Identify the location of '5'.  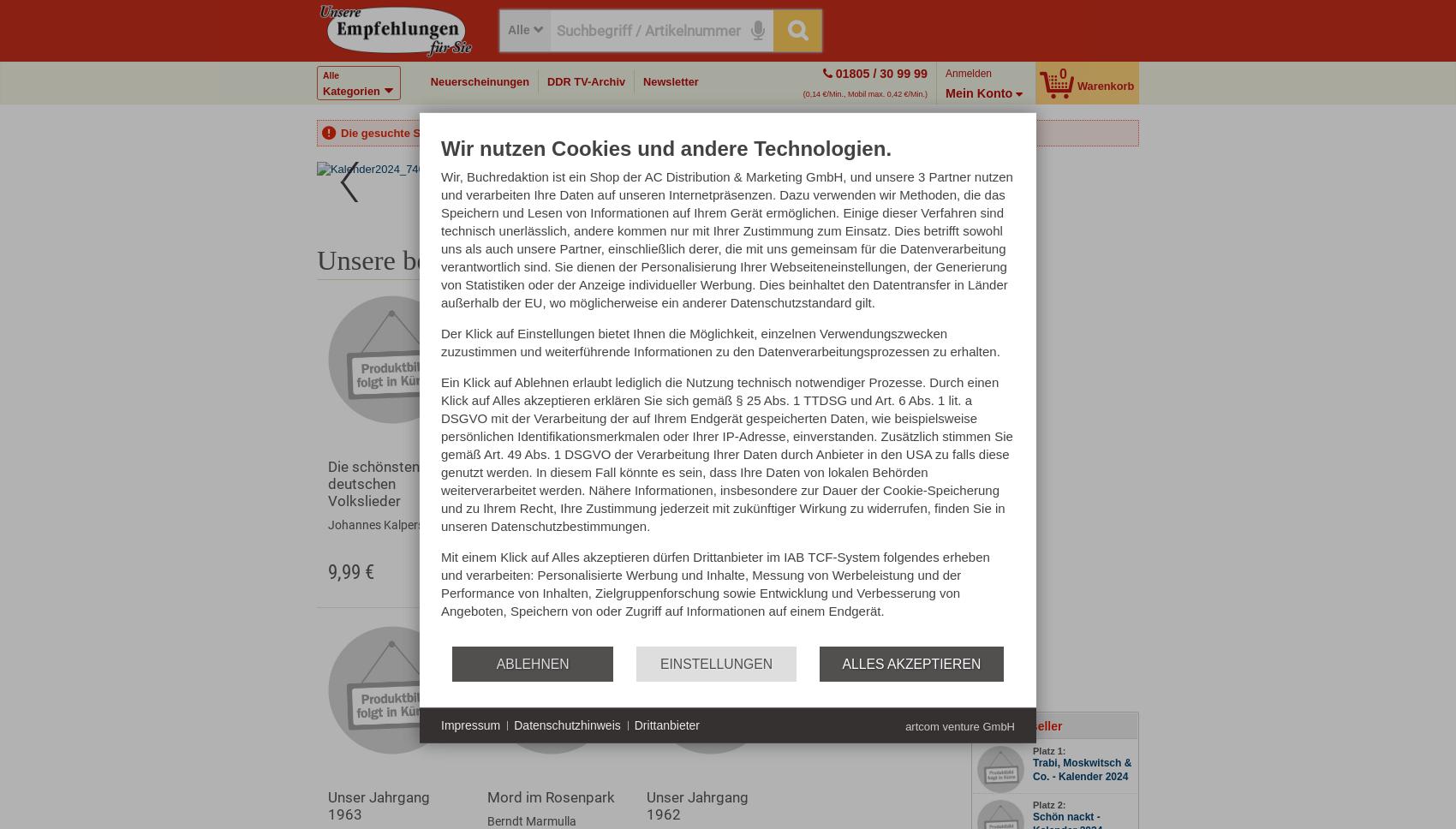
(636, 183).